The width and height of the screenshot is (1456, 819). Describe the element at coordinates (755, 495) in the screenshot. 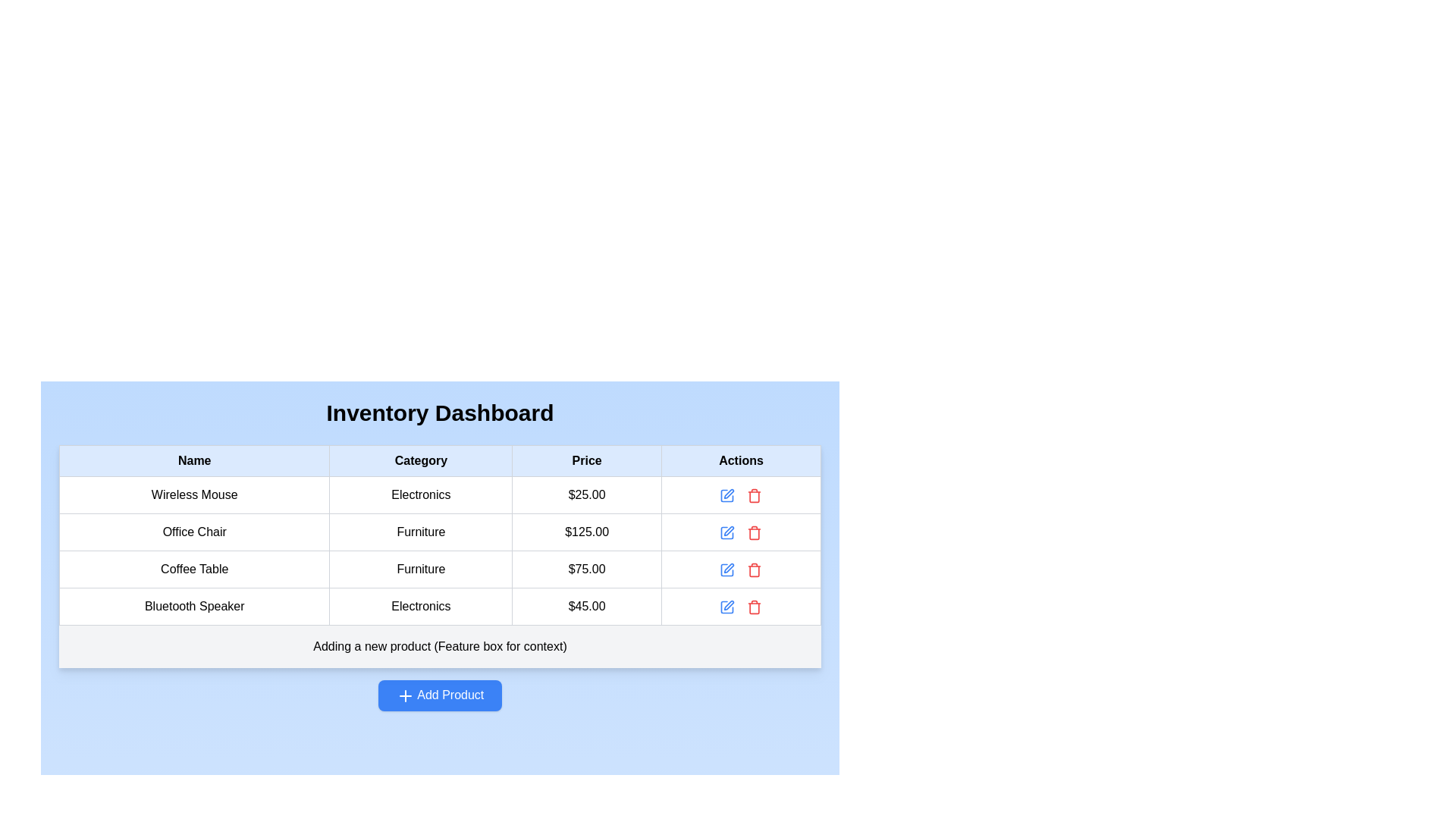

I see `the delete icon button` at that location.